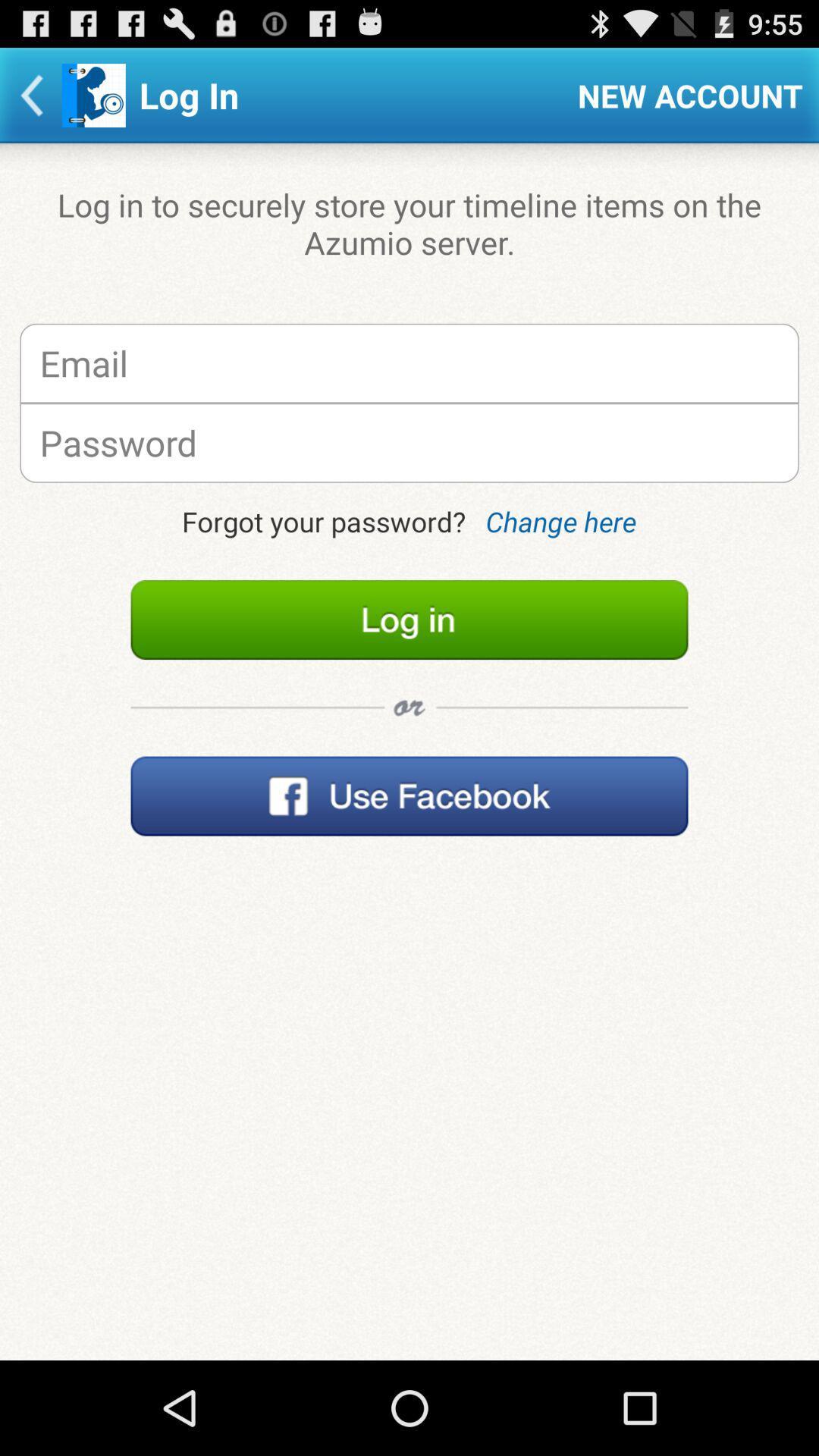  What do you see at coordinates (409, 362) in the screenshot?
I see `imput email associated with account` at bounding box center [409, 362].